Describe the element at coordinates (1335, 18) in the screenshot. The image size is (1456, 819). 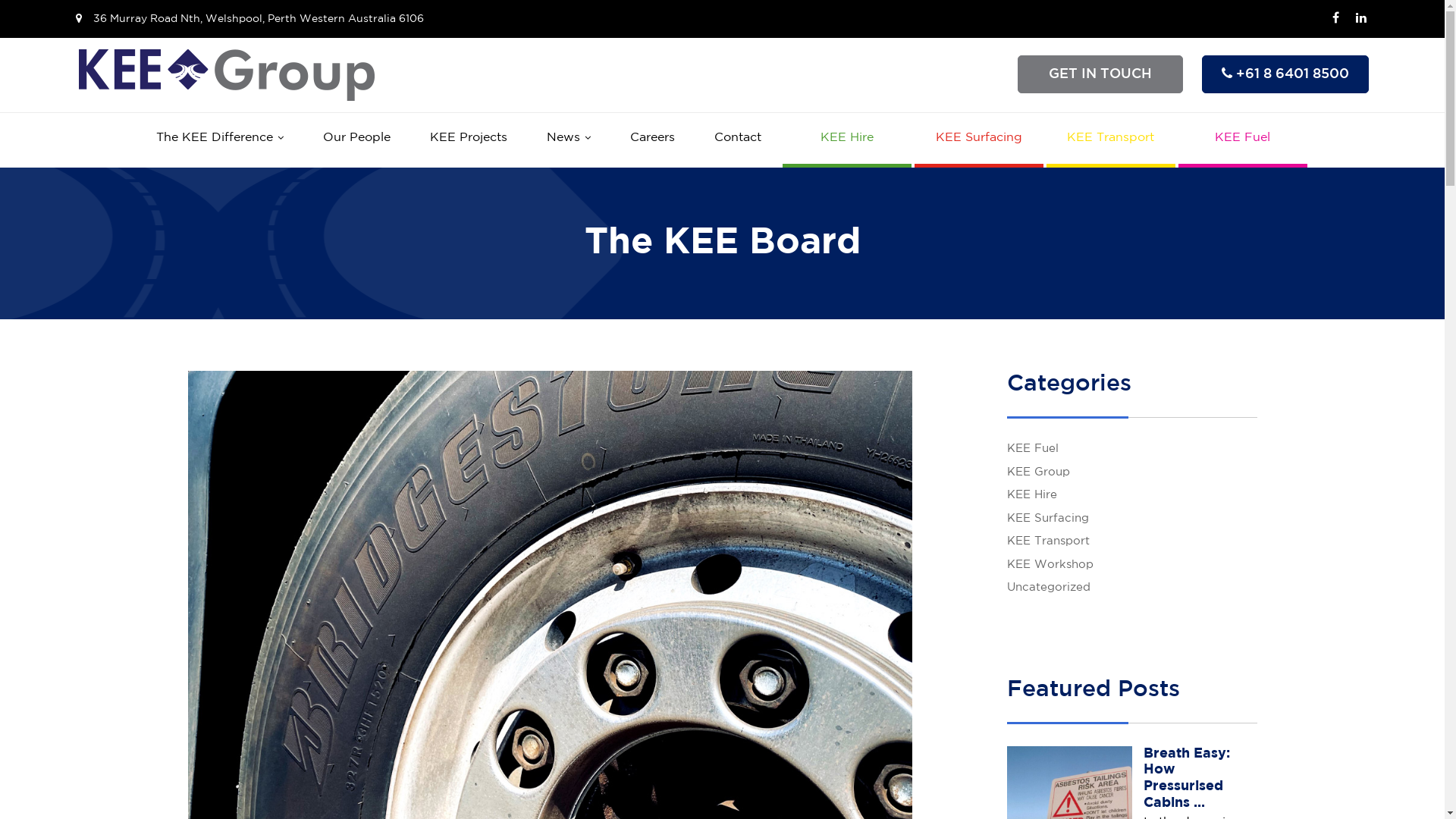
I see `'Facebook'` at that location.